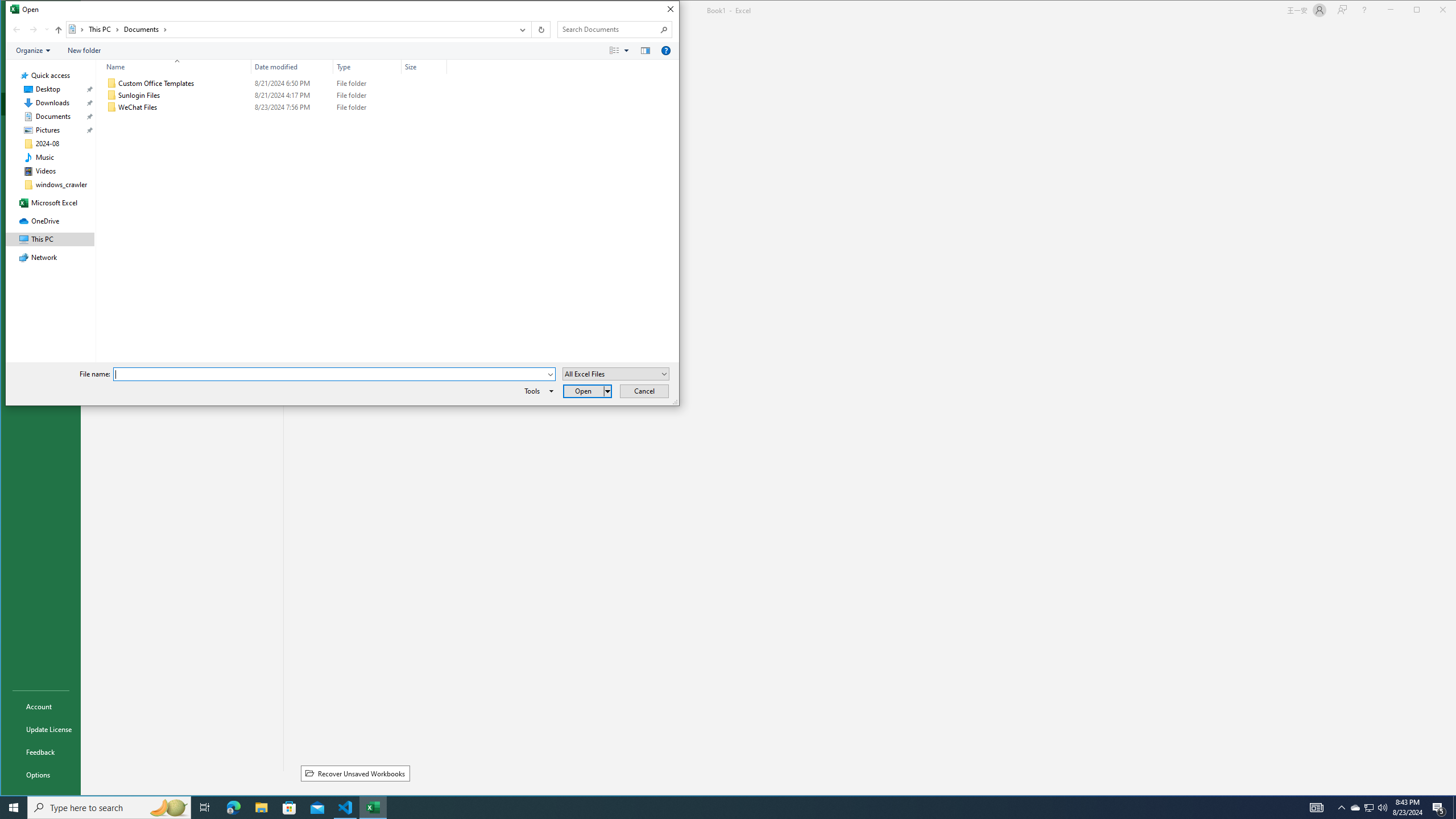 Image resolution: width=1456 pixels, height=819 pixels. What do you see at coordinates (46, 29) in the screenshot?
I see `'Recent locations'` at bounding box center [46, 29].